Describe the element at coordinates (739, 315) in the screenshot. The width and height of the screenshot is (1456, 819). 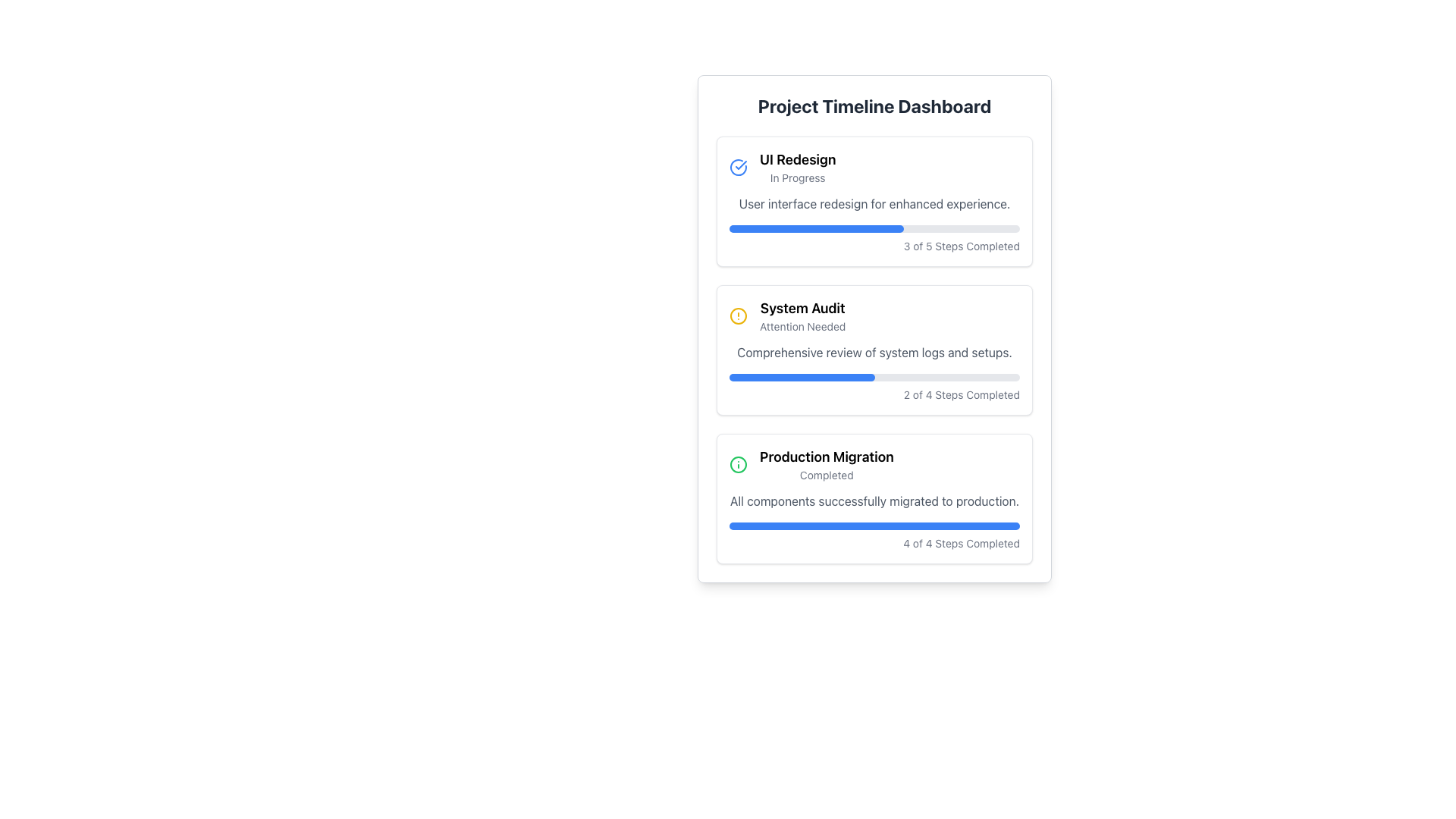
I see `the yellow circle inside the circular alert icon, which is styled with a thin stroke and sharp edges` at that location.